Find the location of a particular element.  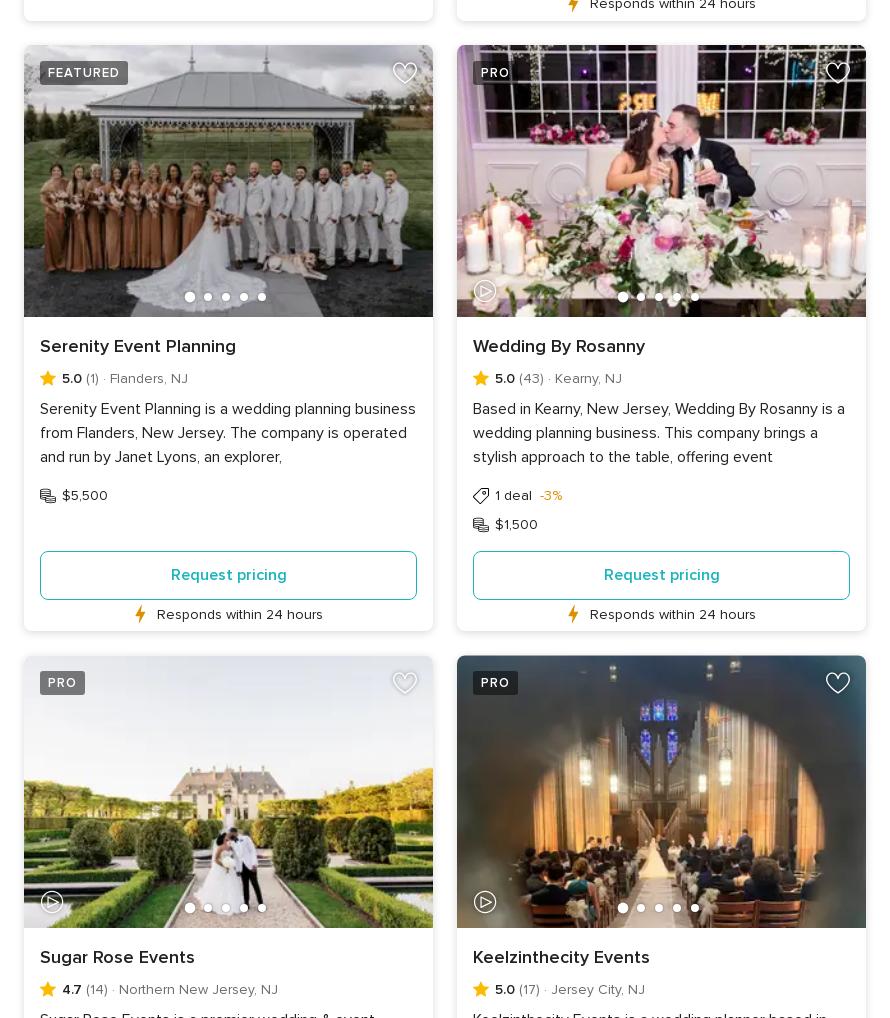

'Jersey City, NJ' is located at coordinates (597, 989).